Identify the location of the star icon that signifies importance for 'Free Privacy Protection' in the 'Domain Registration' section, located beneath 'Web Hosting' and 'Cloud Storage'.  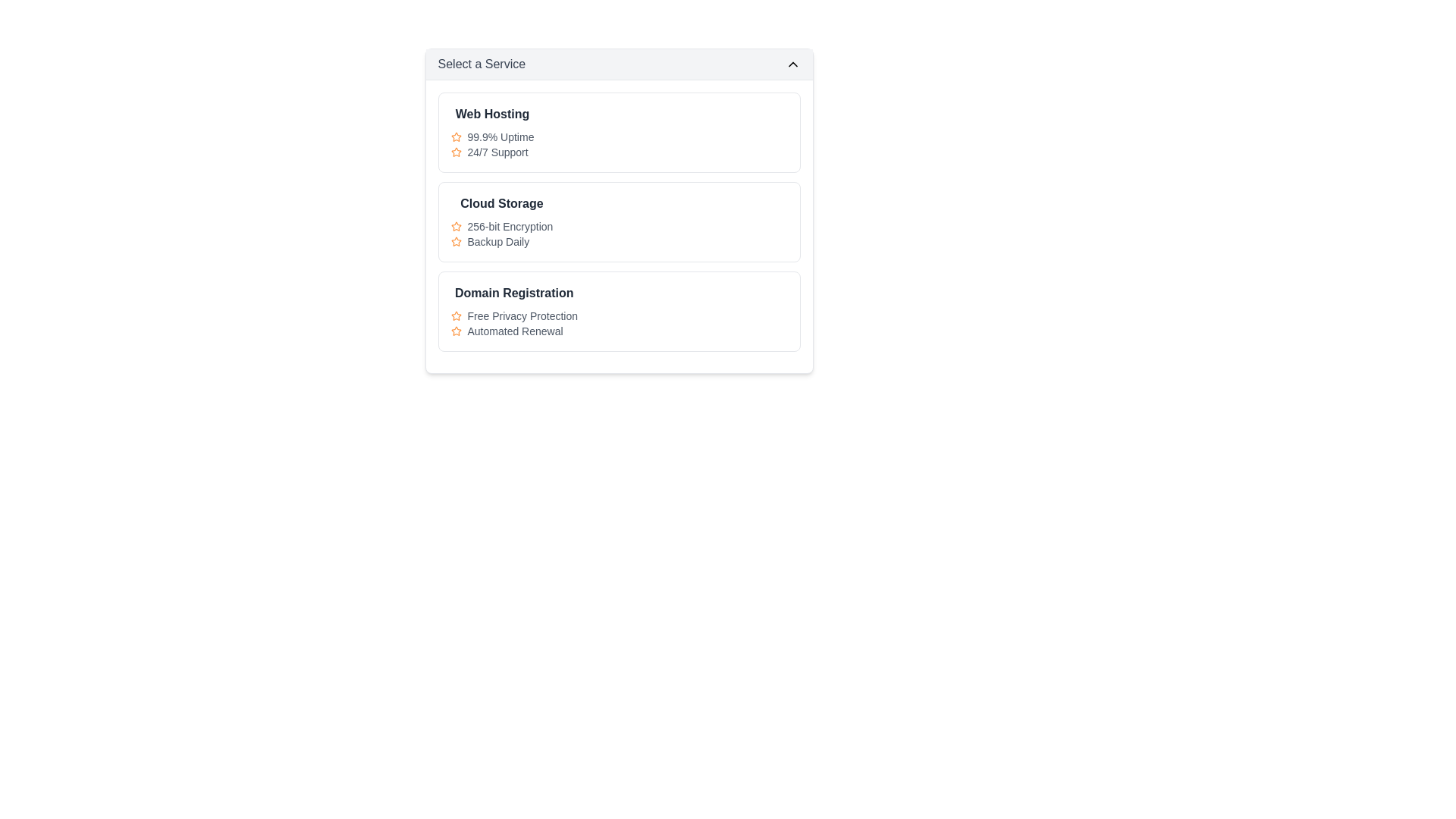
(455, 315).